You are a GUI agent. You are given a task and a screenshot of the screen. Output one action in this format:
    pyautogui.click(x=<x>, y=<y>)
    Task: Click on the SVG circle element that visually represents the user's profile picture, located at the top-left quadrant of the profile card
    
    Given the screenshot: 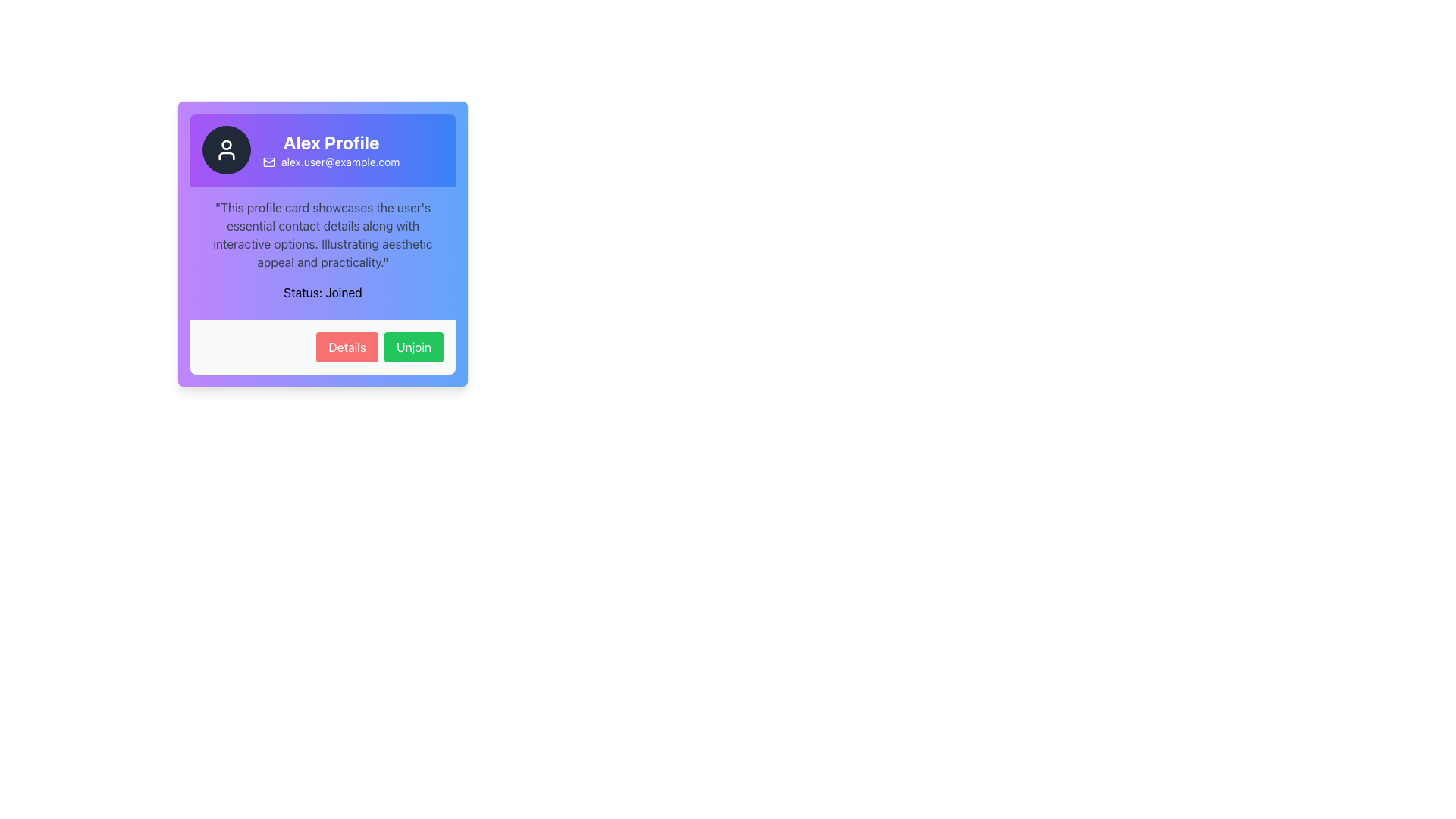 What is the action you would take?
    pyautogui.click(x=225, y=145)
    